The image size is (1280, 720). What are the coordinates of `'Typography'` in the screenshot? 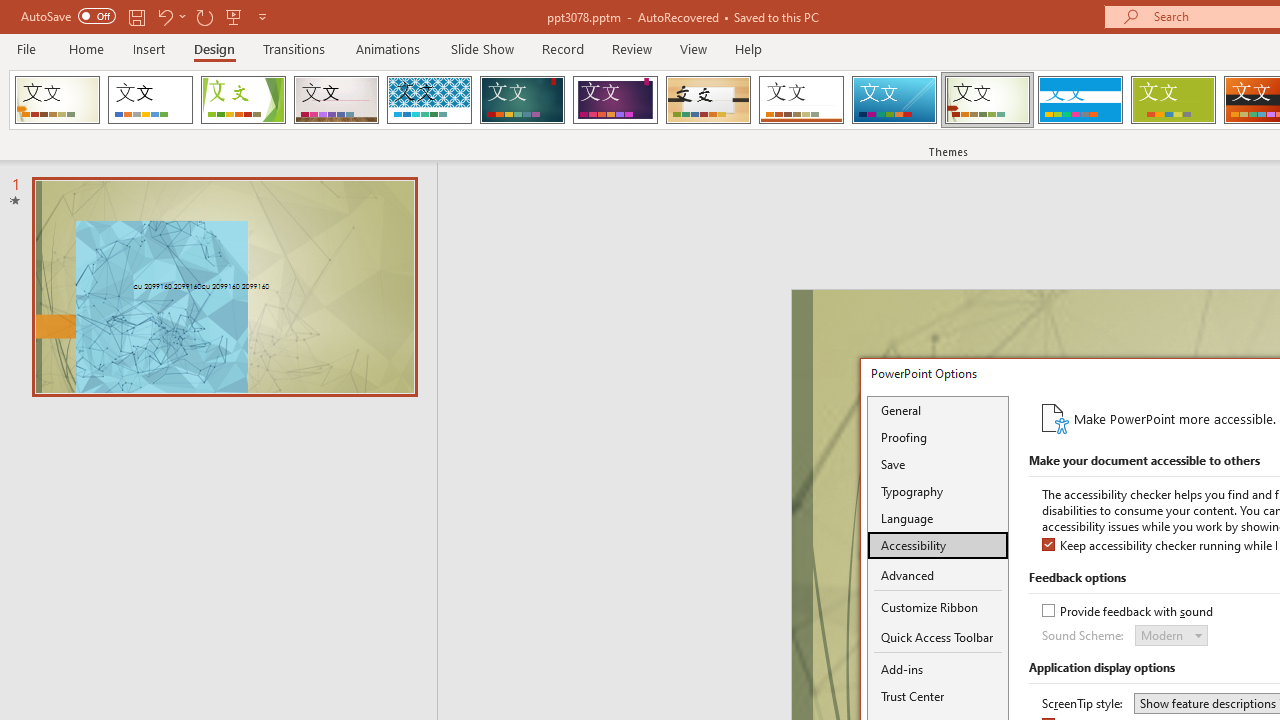 It's located at (937, 491).